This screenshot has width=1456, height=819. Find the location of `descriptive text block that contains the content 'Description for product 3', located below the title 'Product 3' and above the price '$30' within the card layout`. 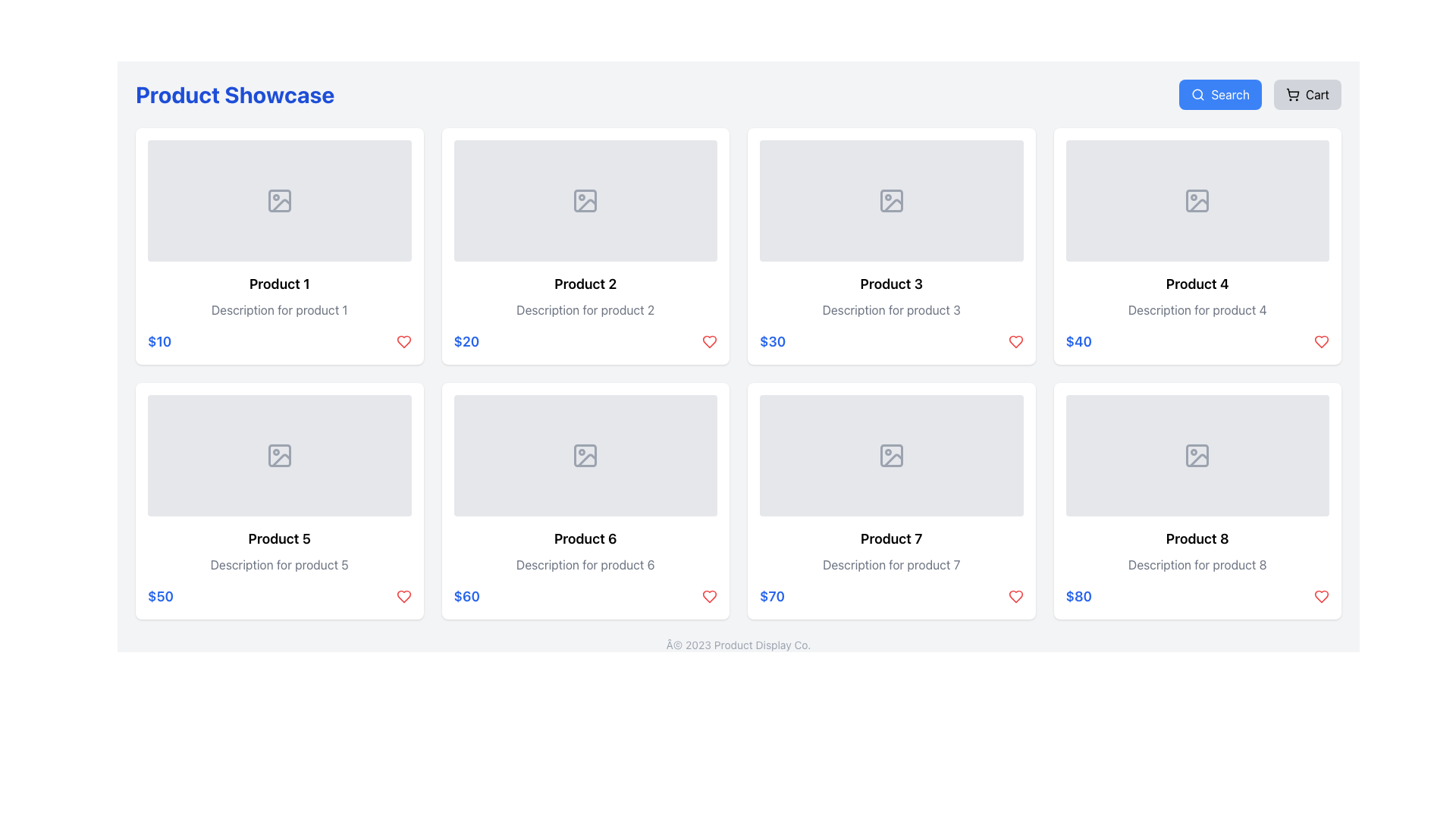

descriptive text block that contains the content 'Description for product 3', located below the title 'Product 3' and above the price '$30' within the card layout is located at coordinates (891, 309).